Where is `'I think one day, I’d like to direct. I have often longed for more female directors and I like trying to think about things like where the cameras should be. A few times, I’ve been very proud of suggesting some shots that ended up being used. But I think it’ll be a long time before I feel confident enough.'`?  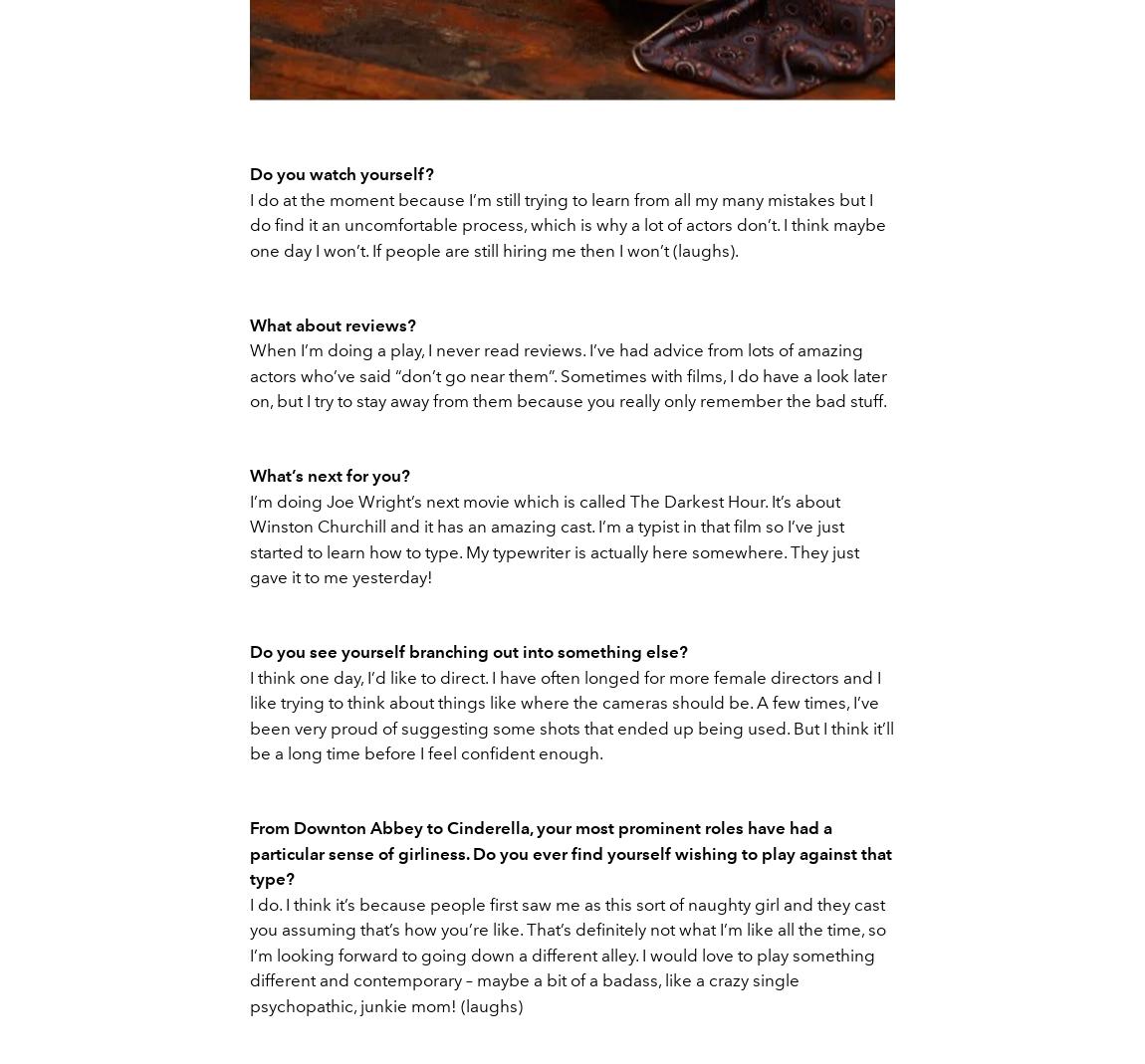
'I think one day, I’d like to direct. I have often longed for more female directors and I like trying to think about things like where the cameras should be. A few times, I’ve been very proud of suggesting some shots that ended up being used. But I think it’ll be a long time before I feel confident enough.' is located at coordinates (572, 714).